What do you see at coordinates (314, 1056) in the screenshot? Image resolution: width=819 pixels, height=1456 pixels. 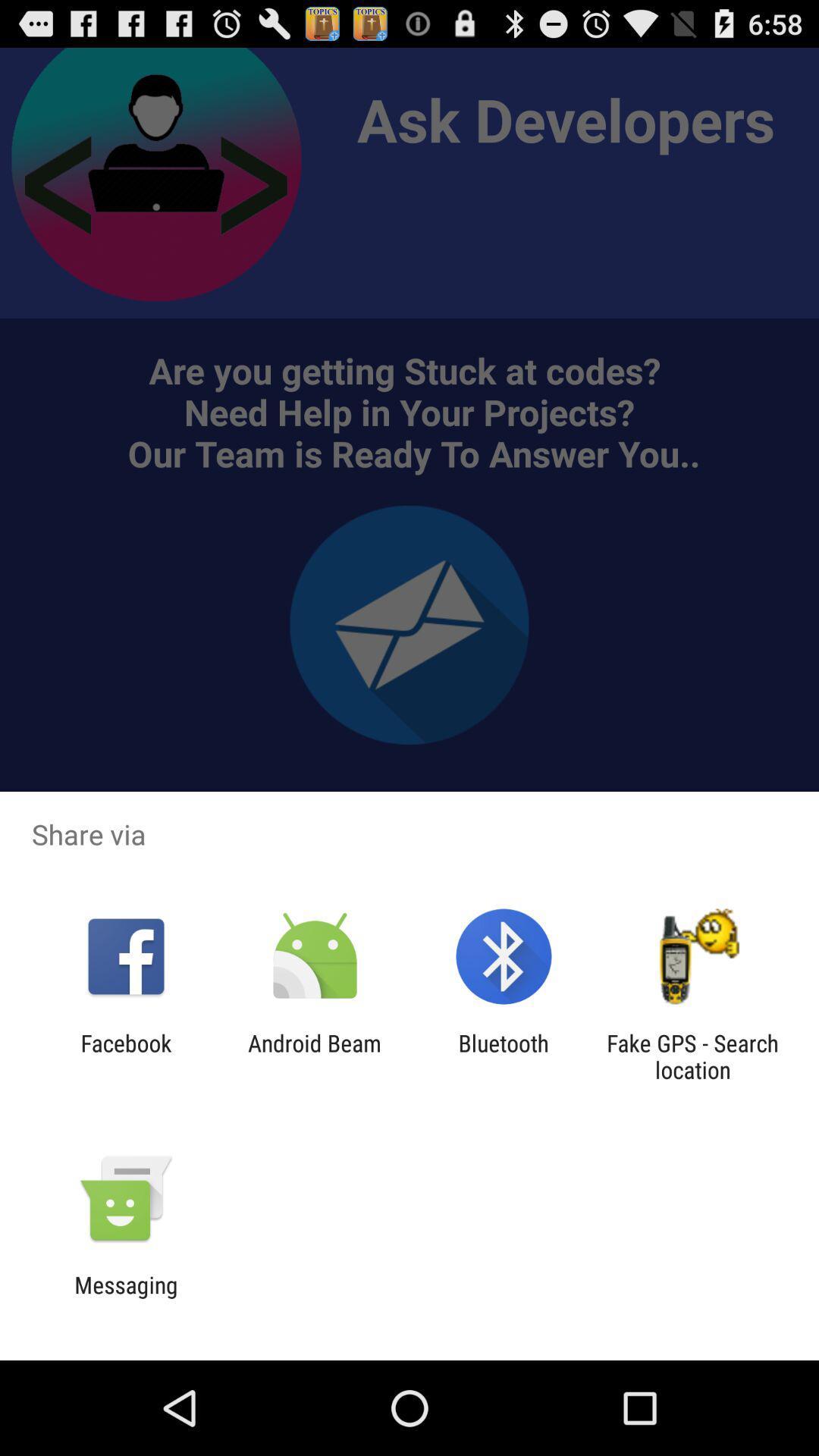 I see `icon next to bluetooth icon` at bounding box center [314, 1056].